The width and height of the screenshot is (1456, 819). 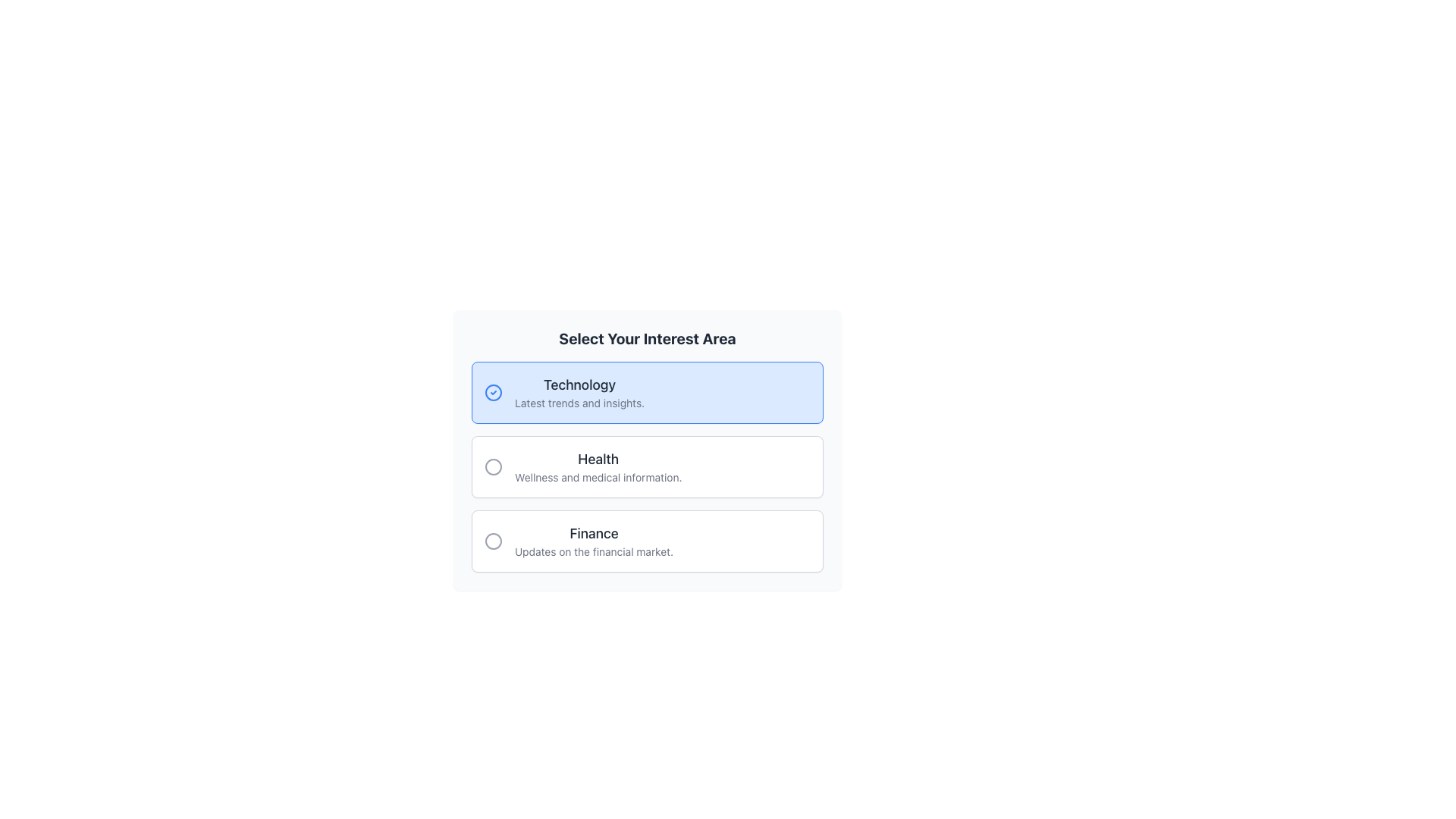 I want to click on the 'Technology' label at the top of the selection box indicating the first selectable option in the list, so click(x=579, y=384).